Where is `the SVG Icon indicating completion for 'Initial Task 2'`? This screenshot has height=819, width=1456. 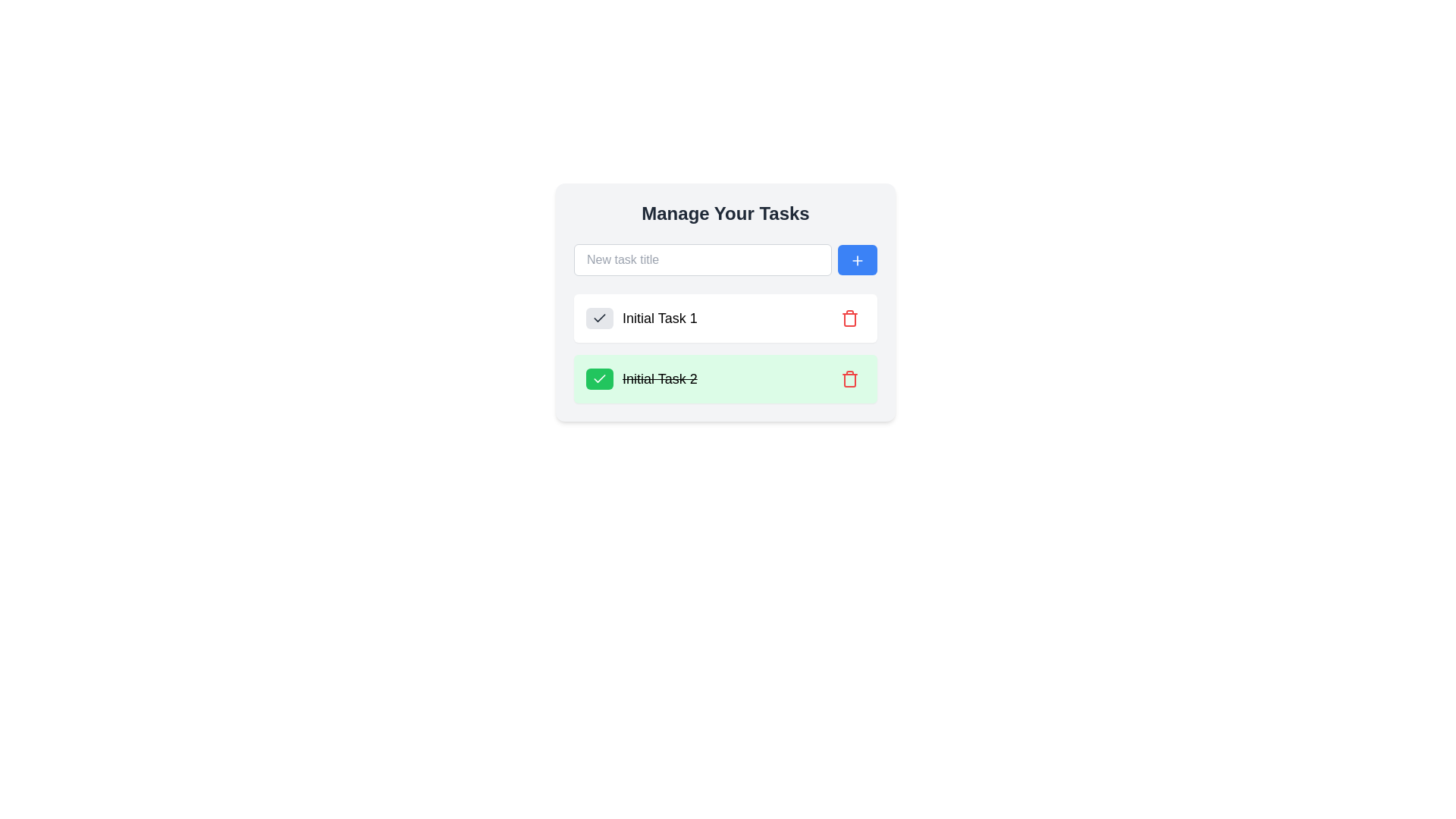
the SVG Icon indicating completion for 'Initial Task 2' is located at coordinates (599, 378).